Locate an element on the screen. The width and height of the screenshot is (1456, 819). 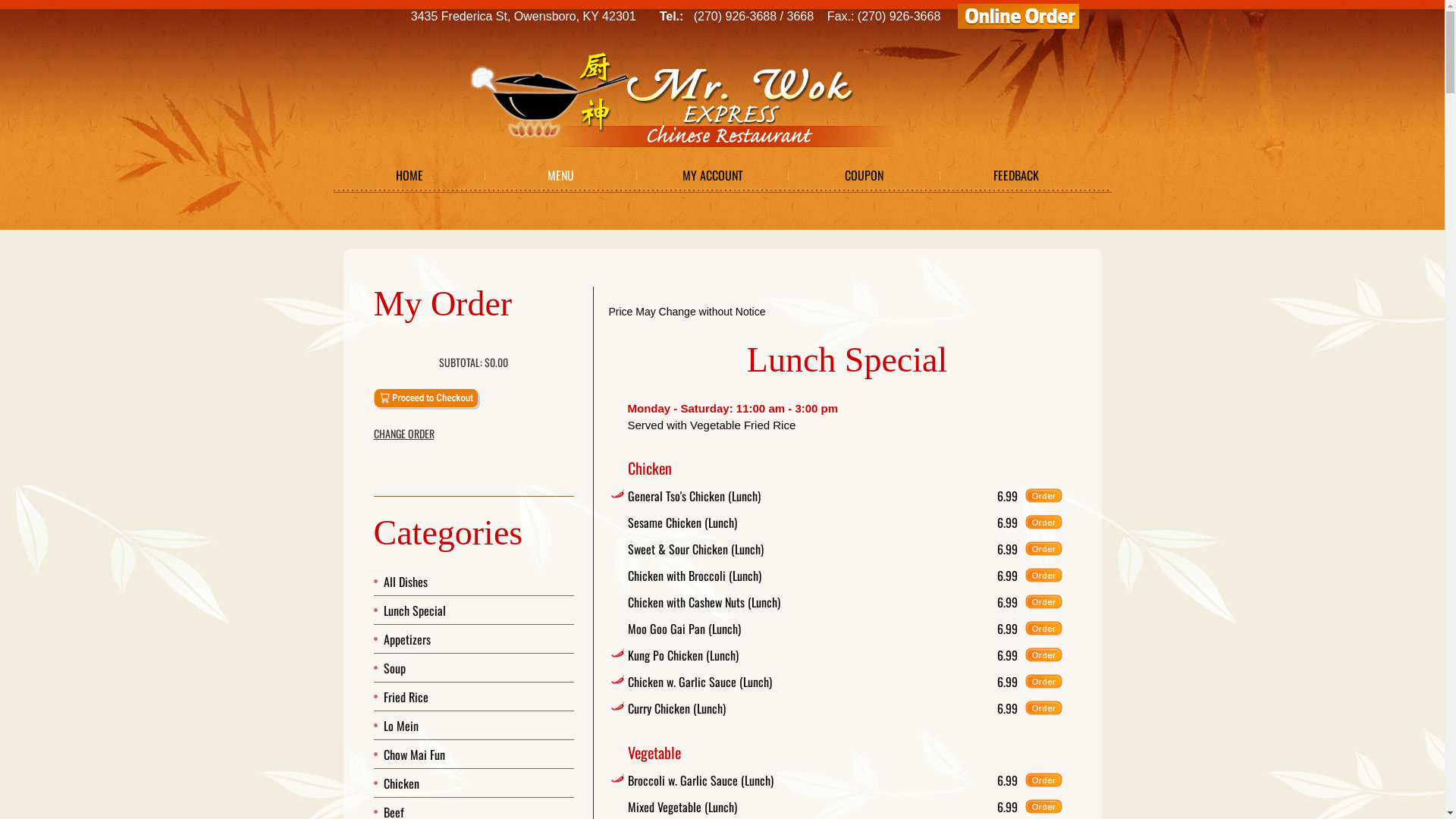
'FEEDBACK' is located at coordinates (1015, 174).